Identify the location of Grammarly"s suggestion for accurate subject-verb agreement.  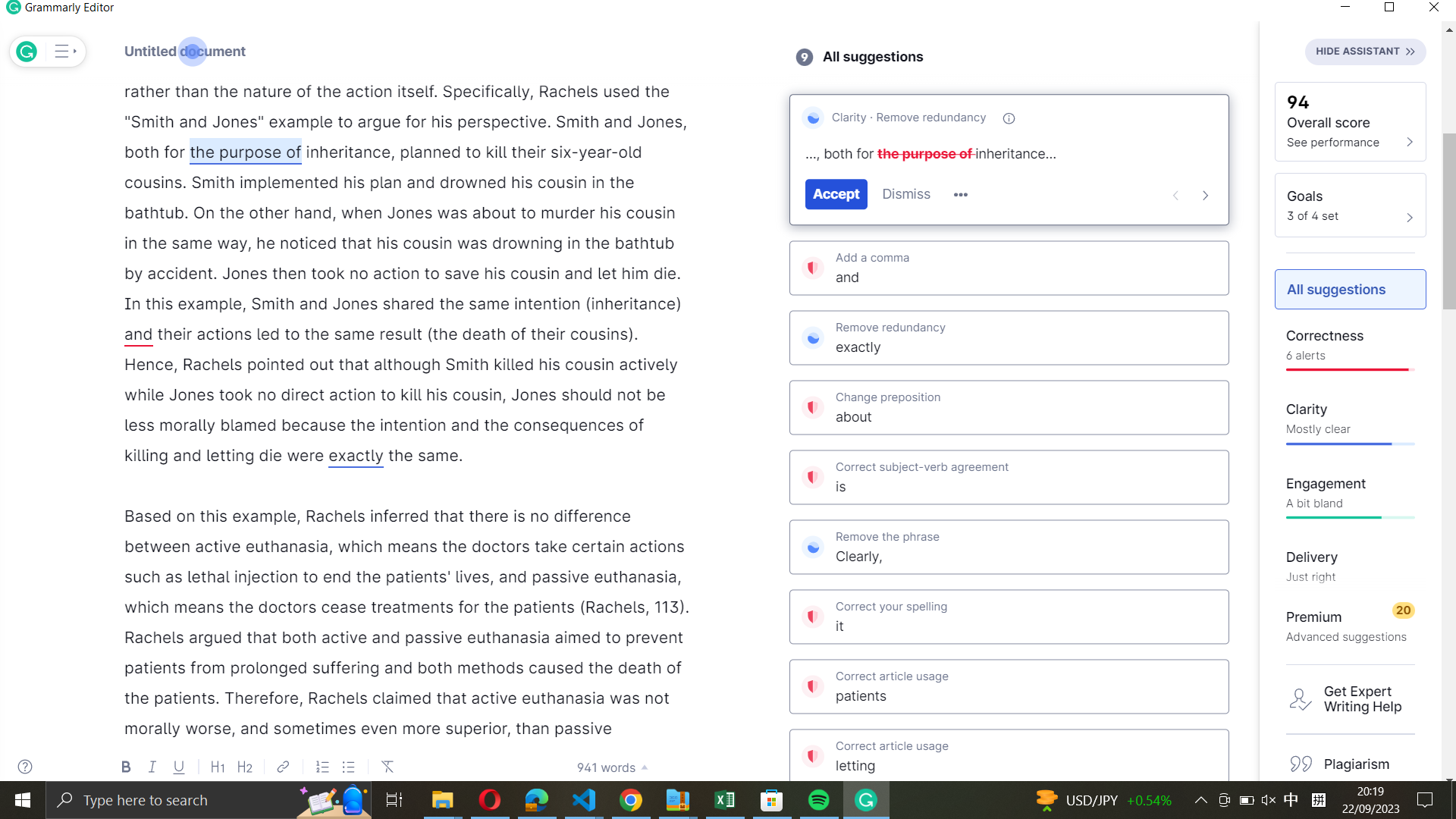
(1008, 478).